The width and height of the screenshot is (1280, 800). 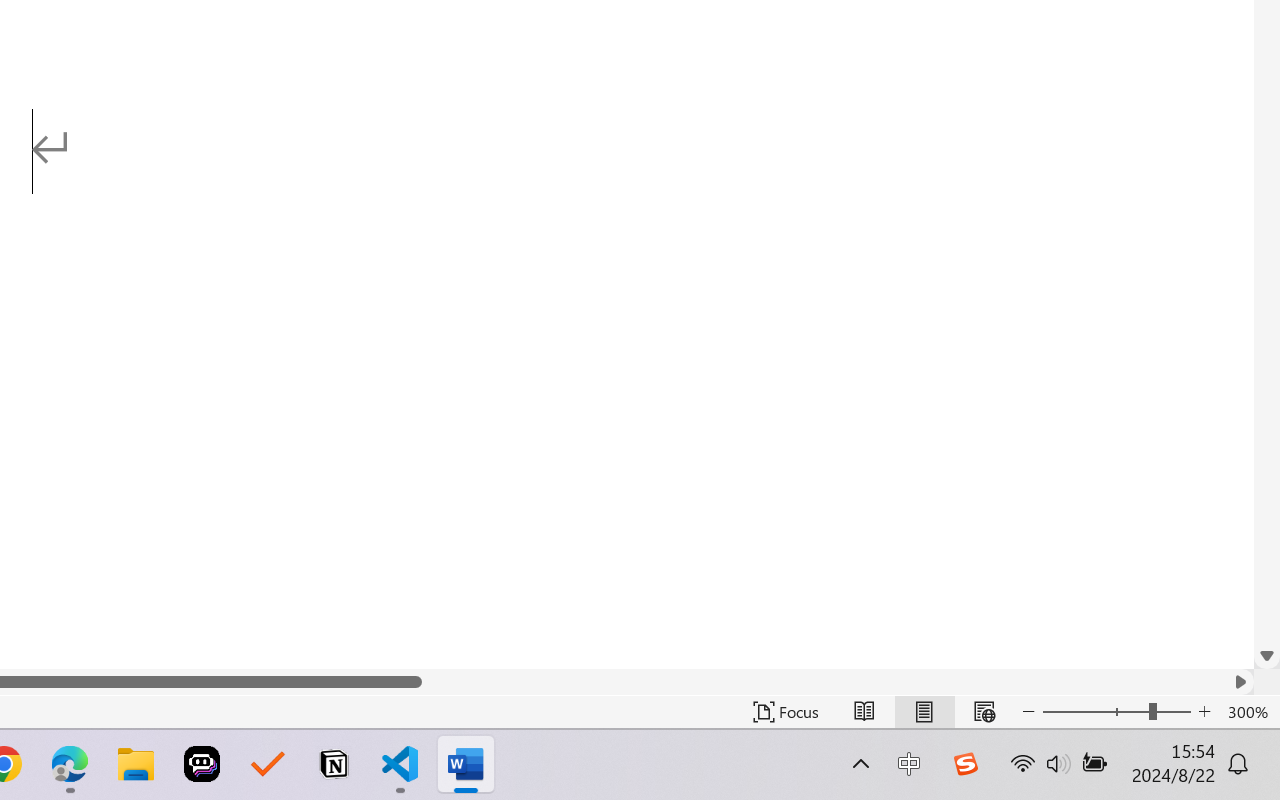 What do you see at coordinates (1094, 711) in the screenshot?
I see `'Zoom Out'` at bounding box center [1094, 711].